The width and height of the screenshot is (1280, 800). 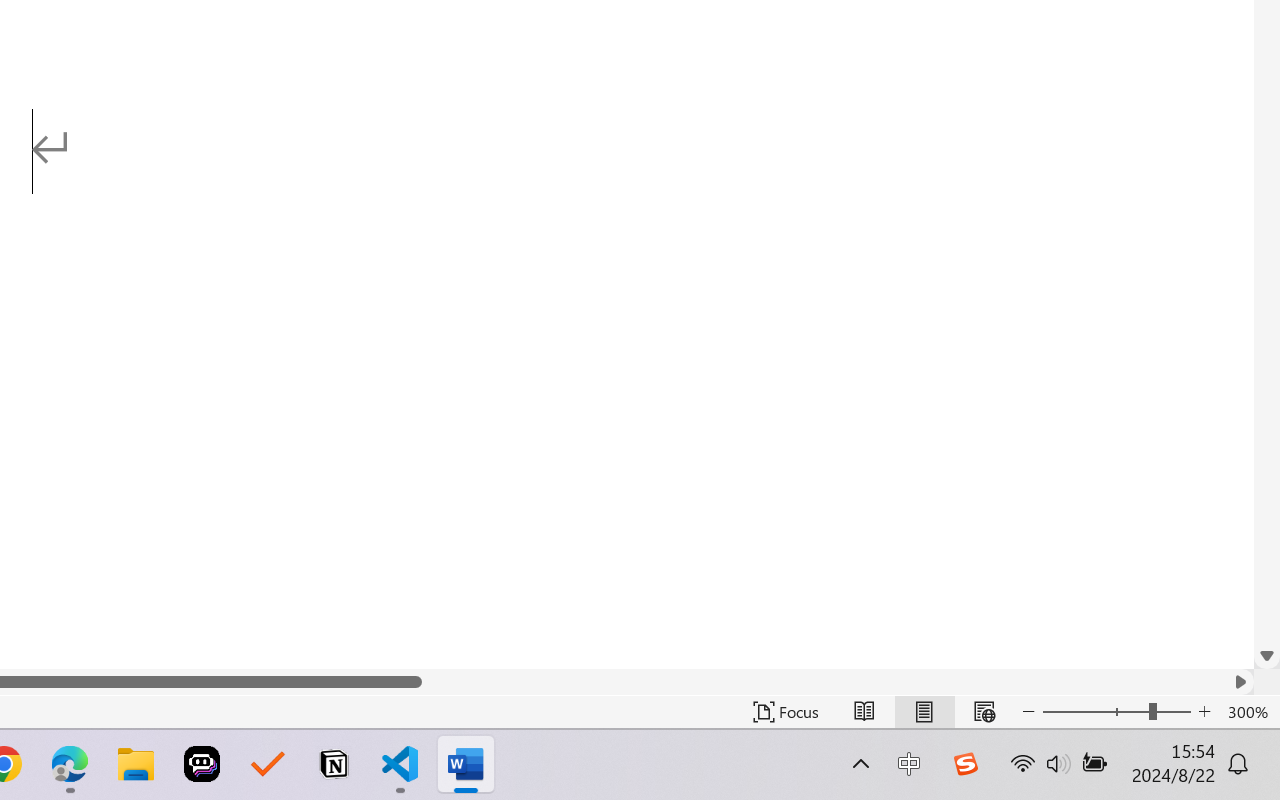 What do you see at coordinates (1094, 711) in the screenshot?
I see `'Zoom Out'` at bounding box center [1094, 711].